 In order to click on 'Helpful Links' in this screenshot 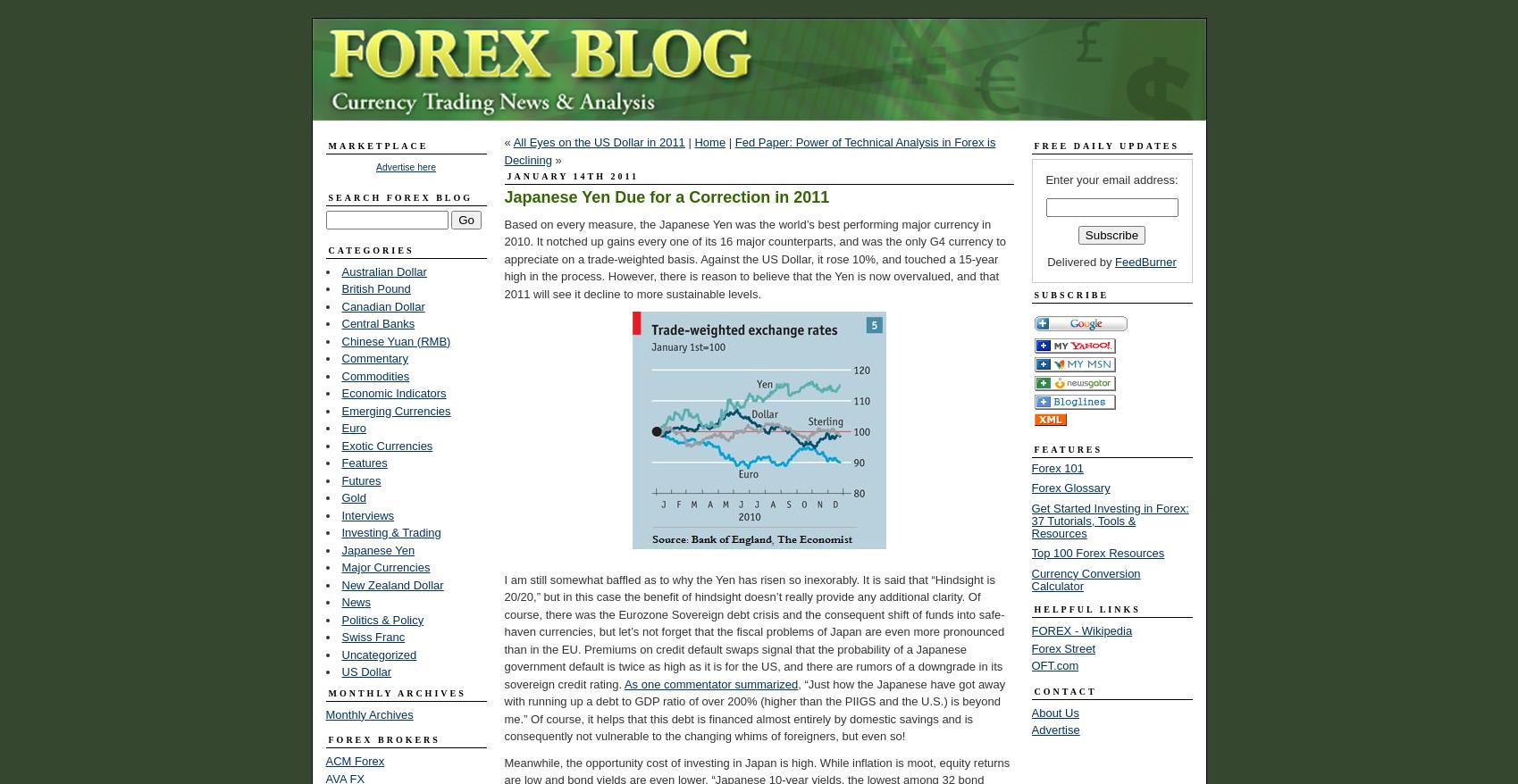, I will do `click(1086, 609)`.